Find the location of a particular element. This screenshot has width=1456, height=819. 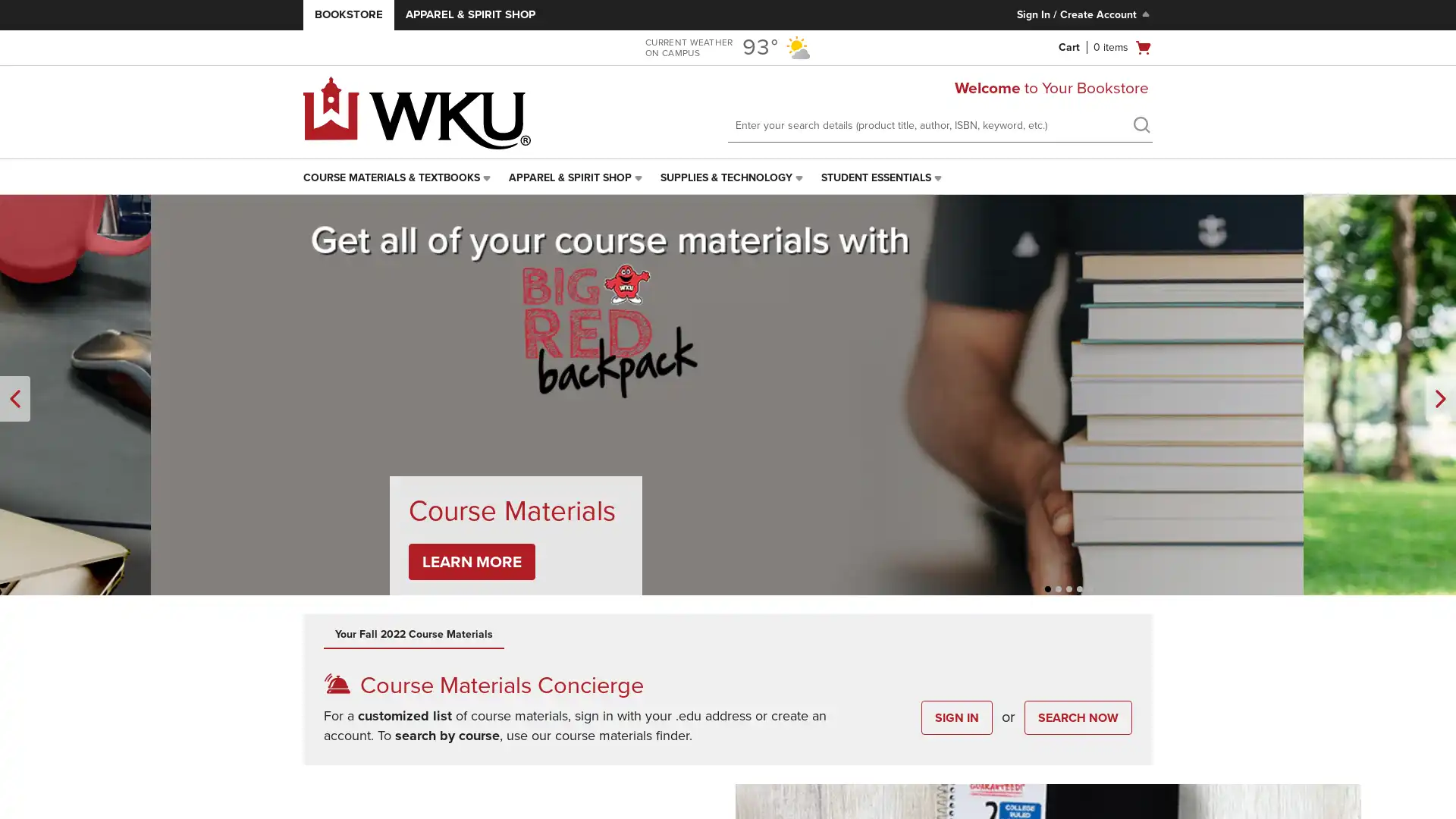

Unselected, Slide 2 is located at coordinates (1058, 588).